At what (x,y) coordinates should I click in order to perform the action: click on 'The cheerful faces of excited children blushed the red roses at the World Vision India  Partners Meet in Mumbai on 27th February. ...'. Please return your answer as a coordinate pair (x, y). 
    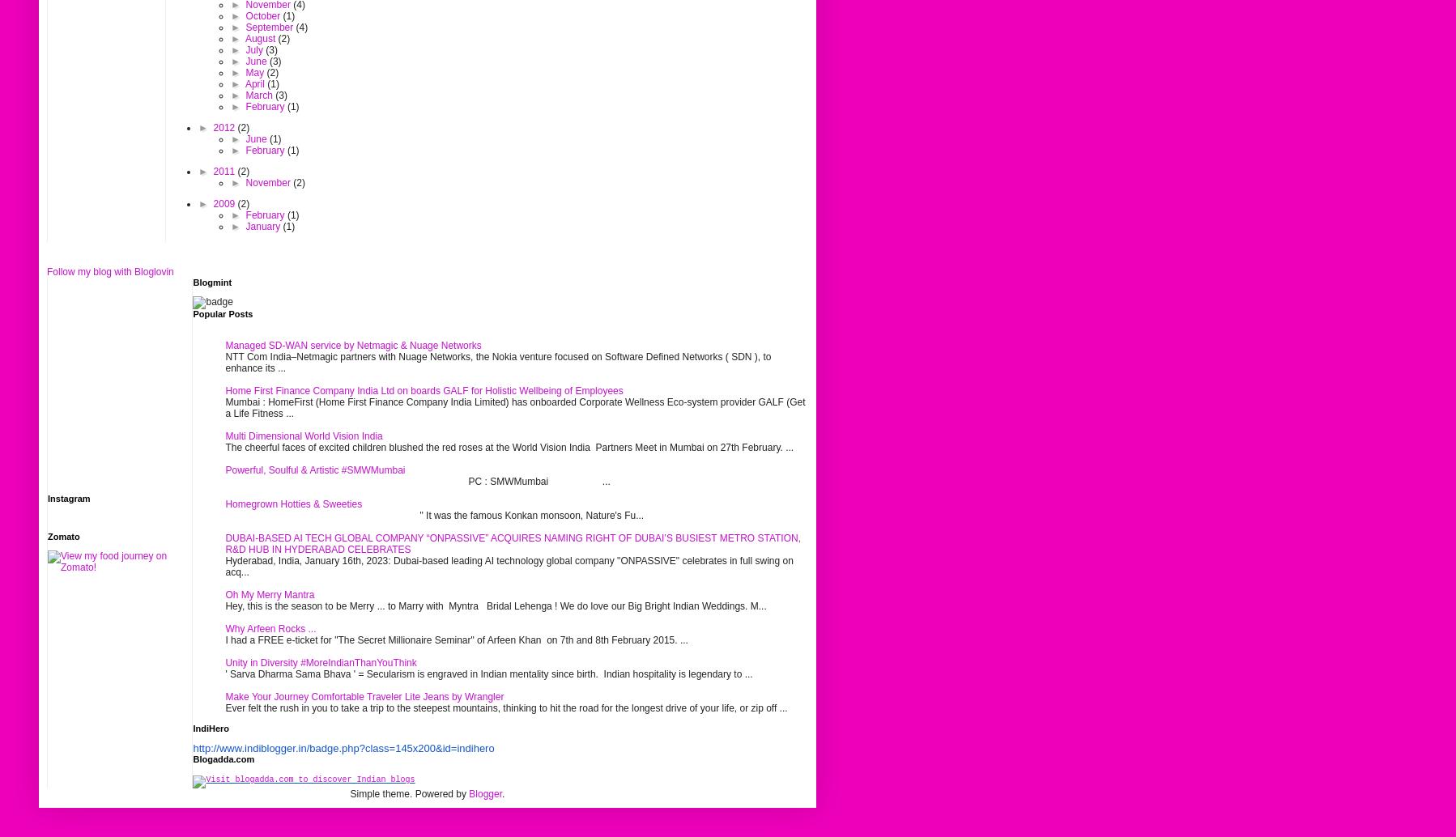
    Looking at the image, I should click on (508, 447).